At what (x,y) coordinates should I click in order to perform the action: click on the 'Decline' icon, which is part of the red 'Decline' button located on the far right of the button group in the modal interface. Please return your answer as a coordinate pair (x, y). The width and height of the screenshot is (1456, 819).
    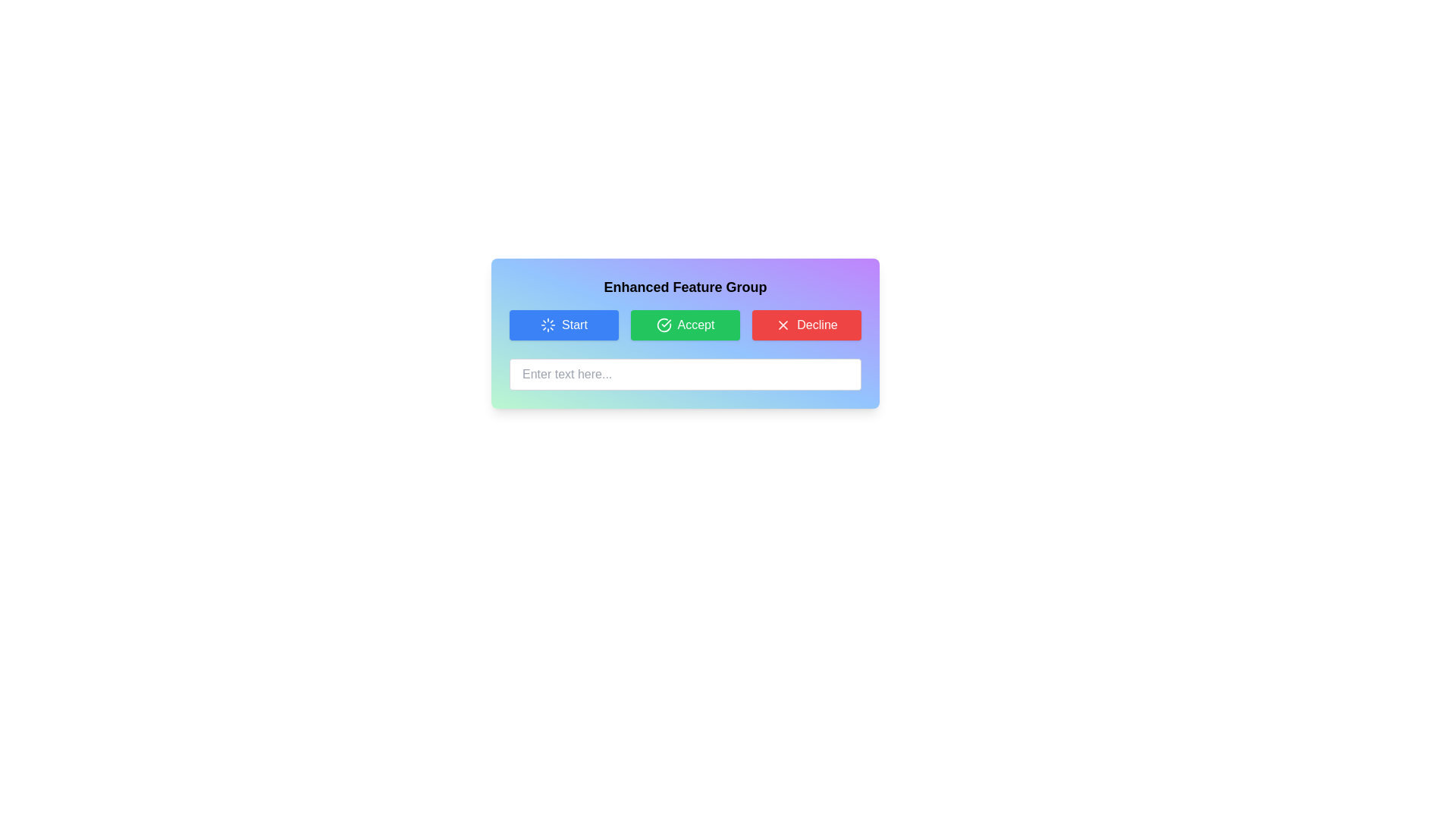
    Looking at the image, I should click on (783, 324).